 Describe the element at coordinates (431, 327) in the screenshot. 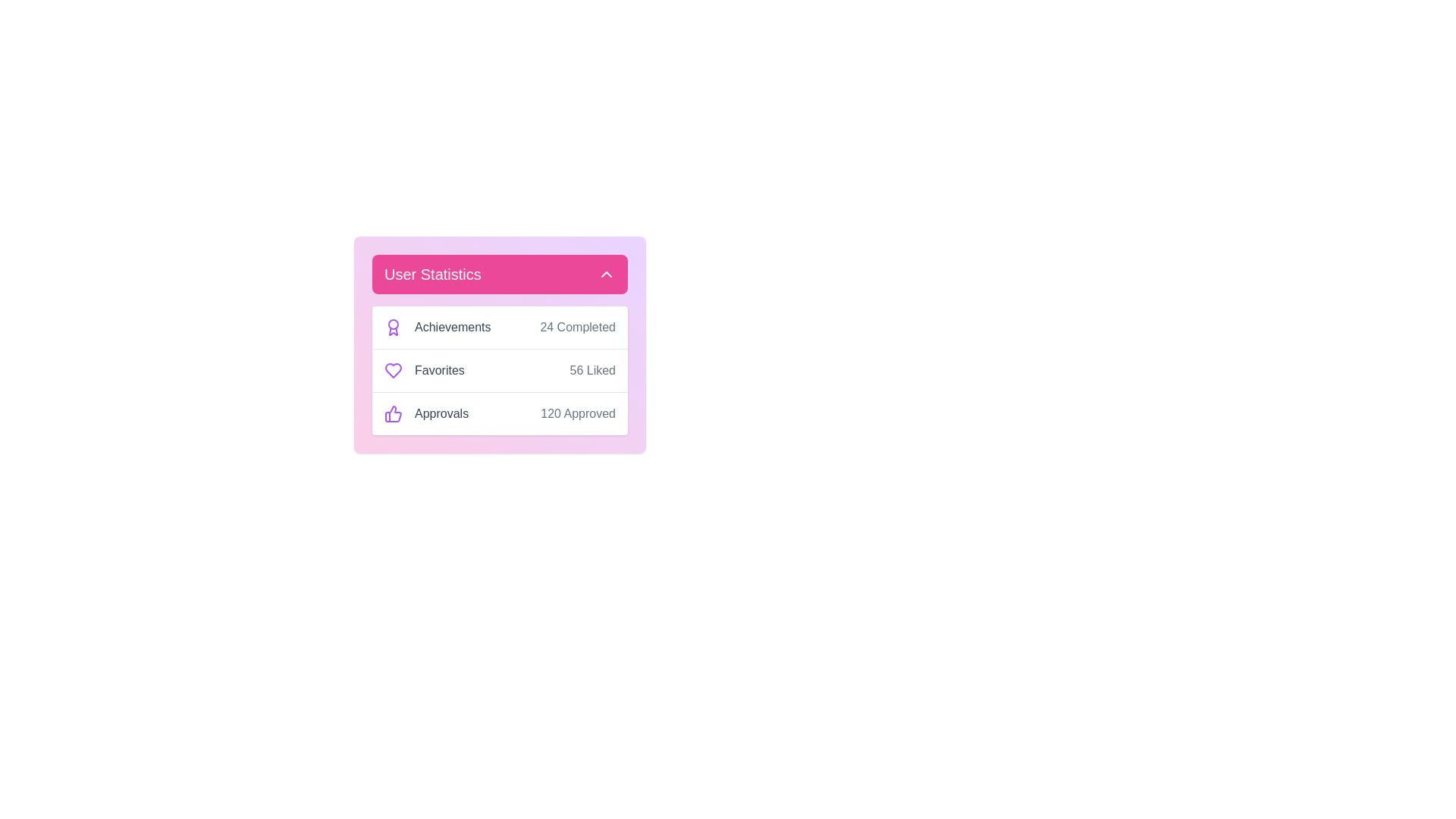

I see `the statistic entry Achievements to trigger visual feedback` at that location.